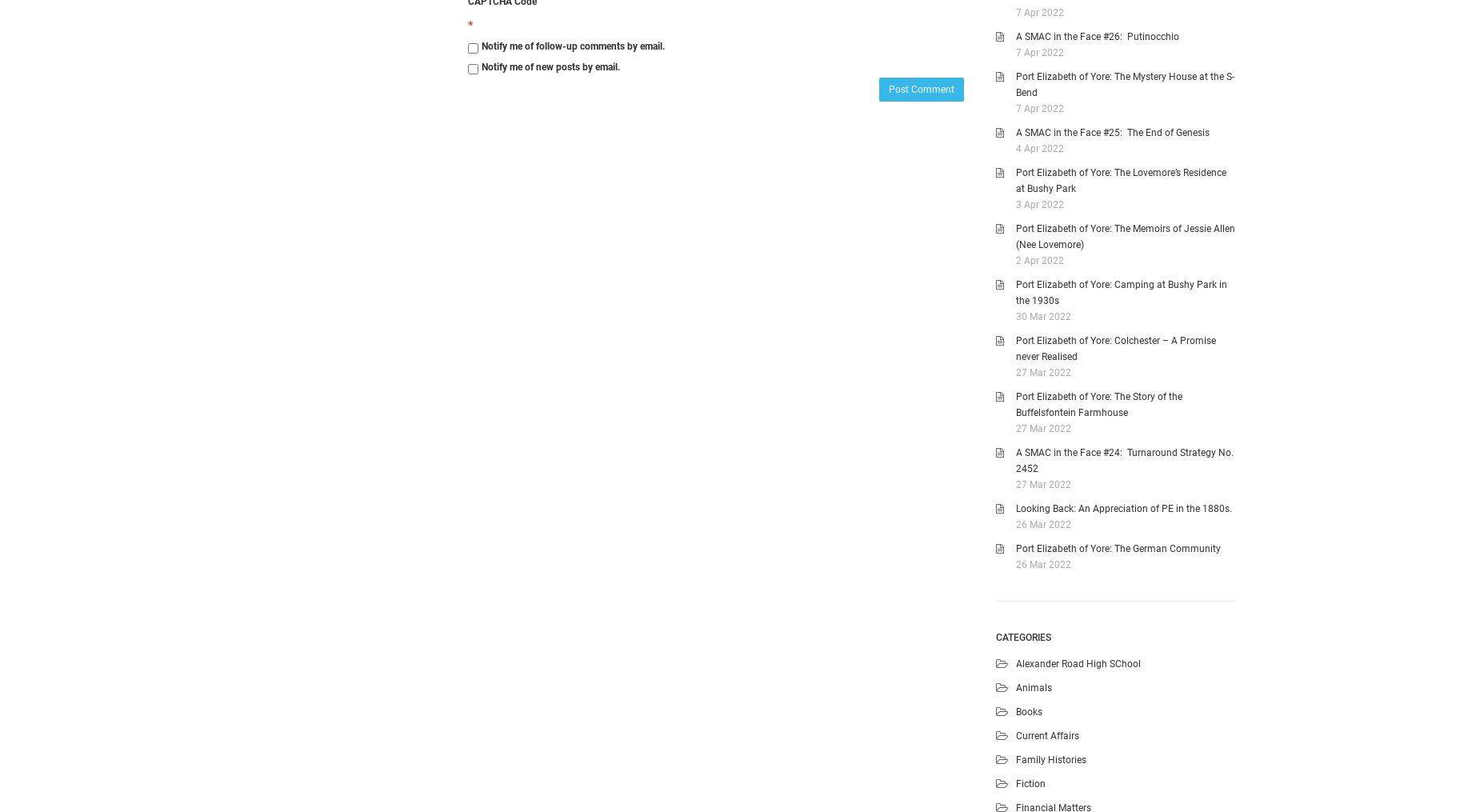 The image size is (1480, 812). Describe the element at coordinates (1046, 734) in the screenshot. I see `'Current Affairs'` at that location.